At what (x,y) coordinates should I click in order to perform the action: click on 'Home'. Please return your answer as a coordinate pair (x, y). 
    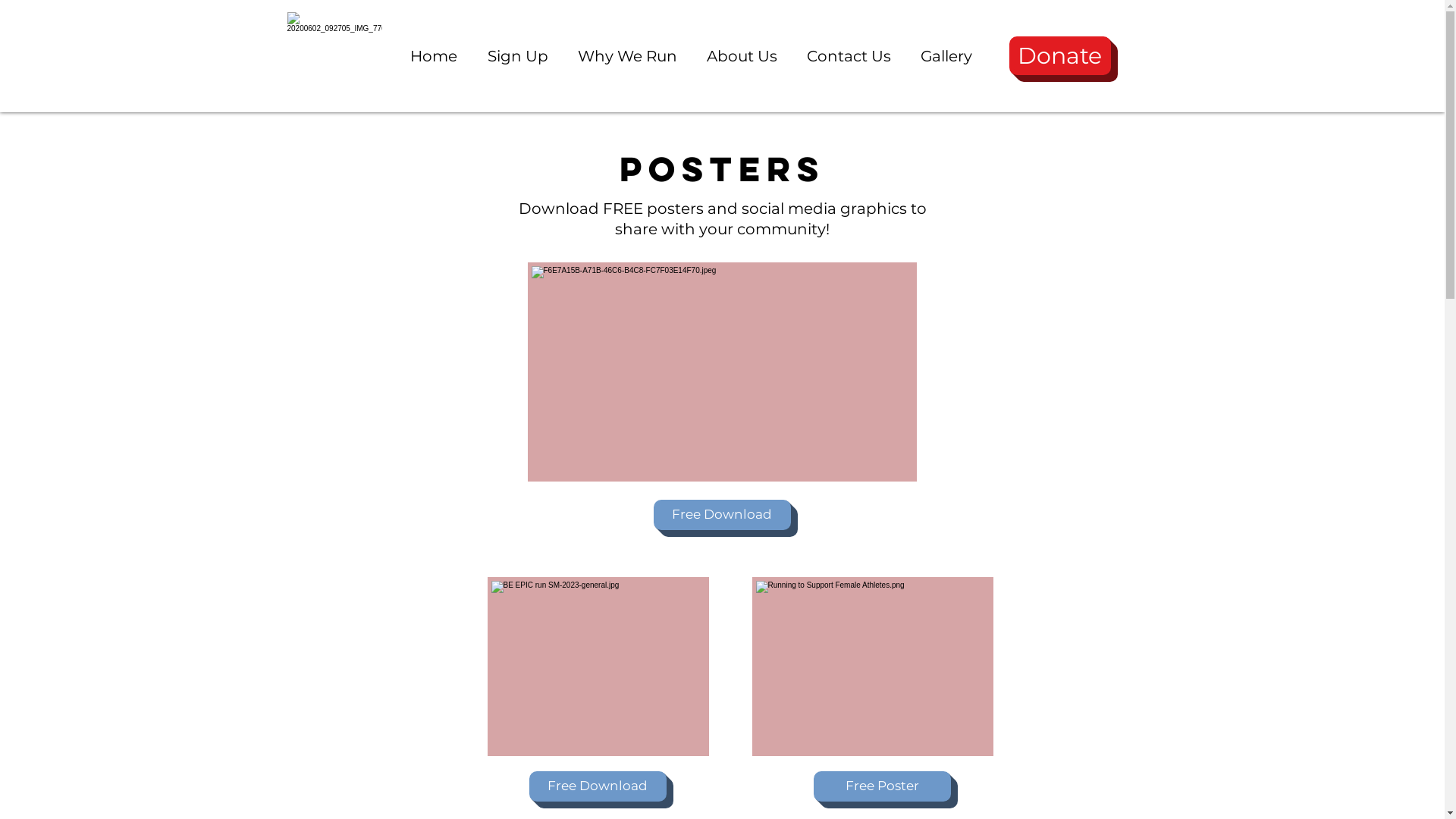
    Looking at the image, I should click on (436, 46).